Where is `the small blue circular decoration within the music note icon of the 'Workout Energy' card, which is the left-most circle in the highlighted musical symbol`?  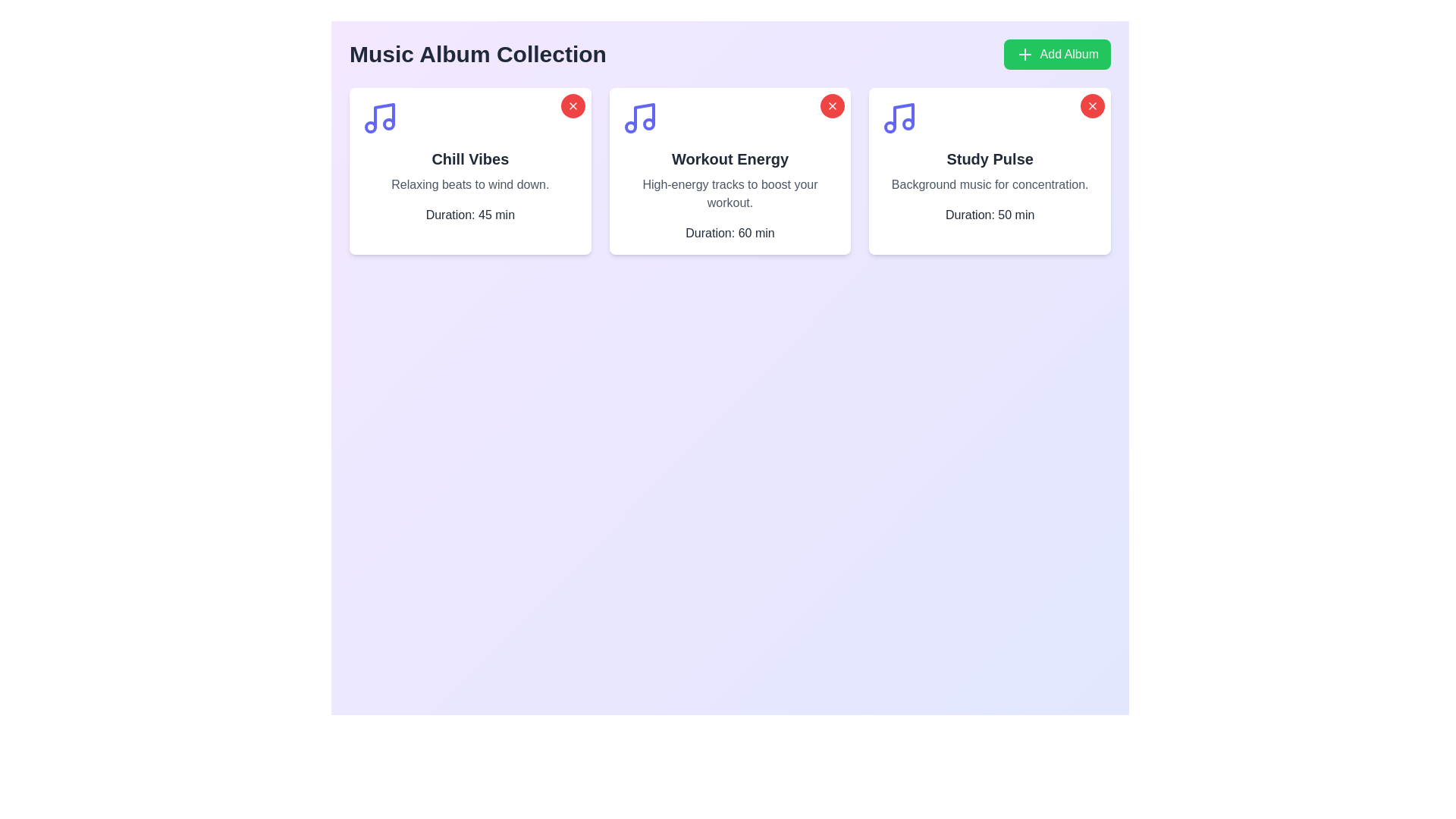 the small blue circular decoration within the music note icon of the 'Workout Energy' card, which is the left-most circle in the highlighted musical symbol is located at coordinates (630, 127).